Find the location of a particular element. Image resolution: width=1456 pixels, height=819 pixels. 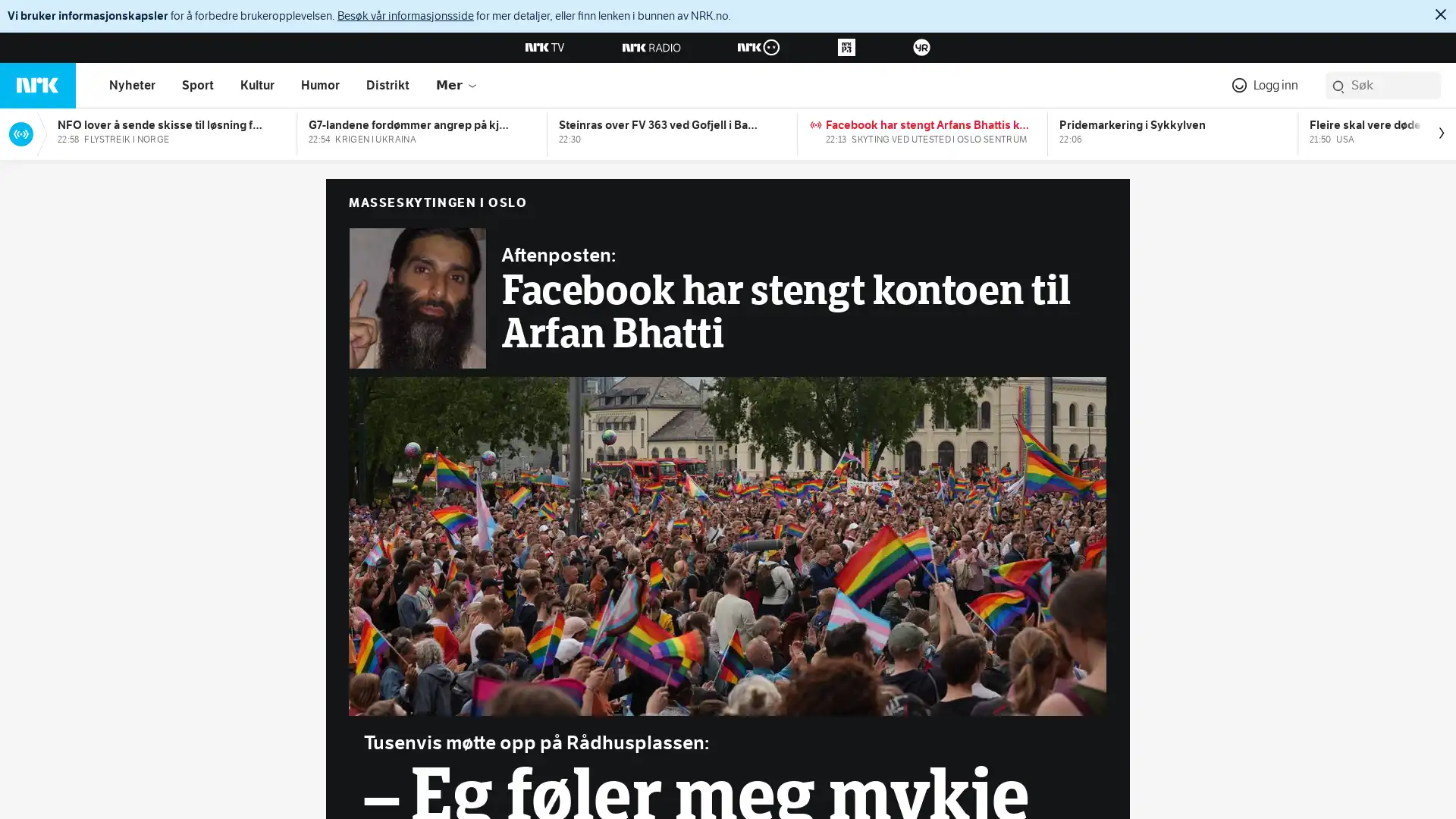

Mer is located at coordinates (456, 84).